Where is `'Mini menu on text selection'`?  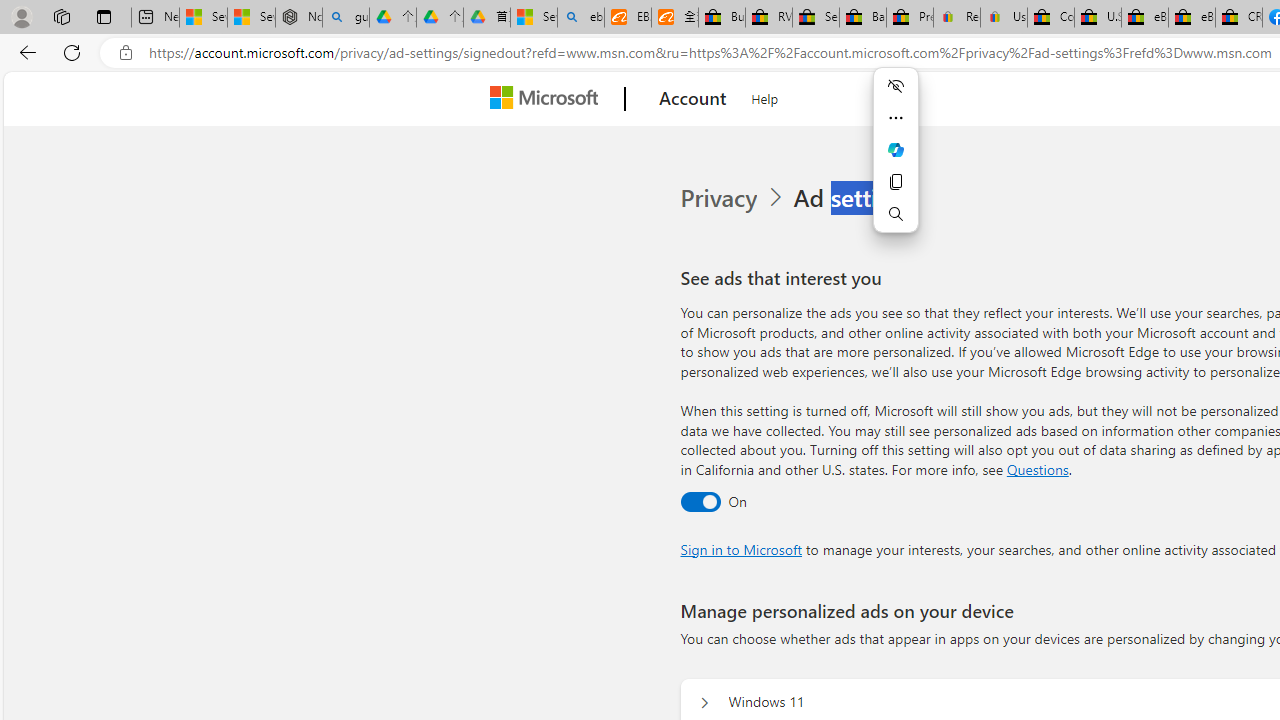
'Mini menu on text selection' is located at coordinates (895, 161).